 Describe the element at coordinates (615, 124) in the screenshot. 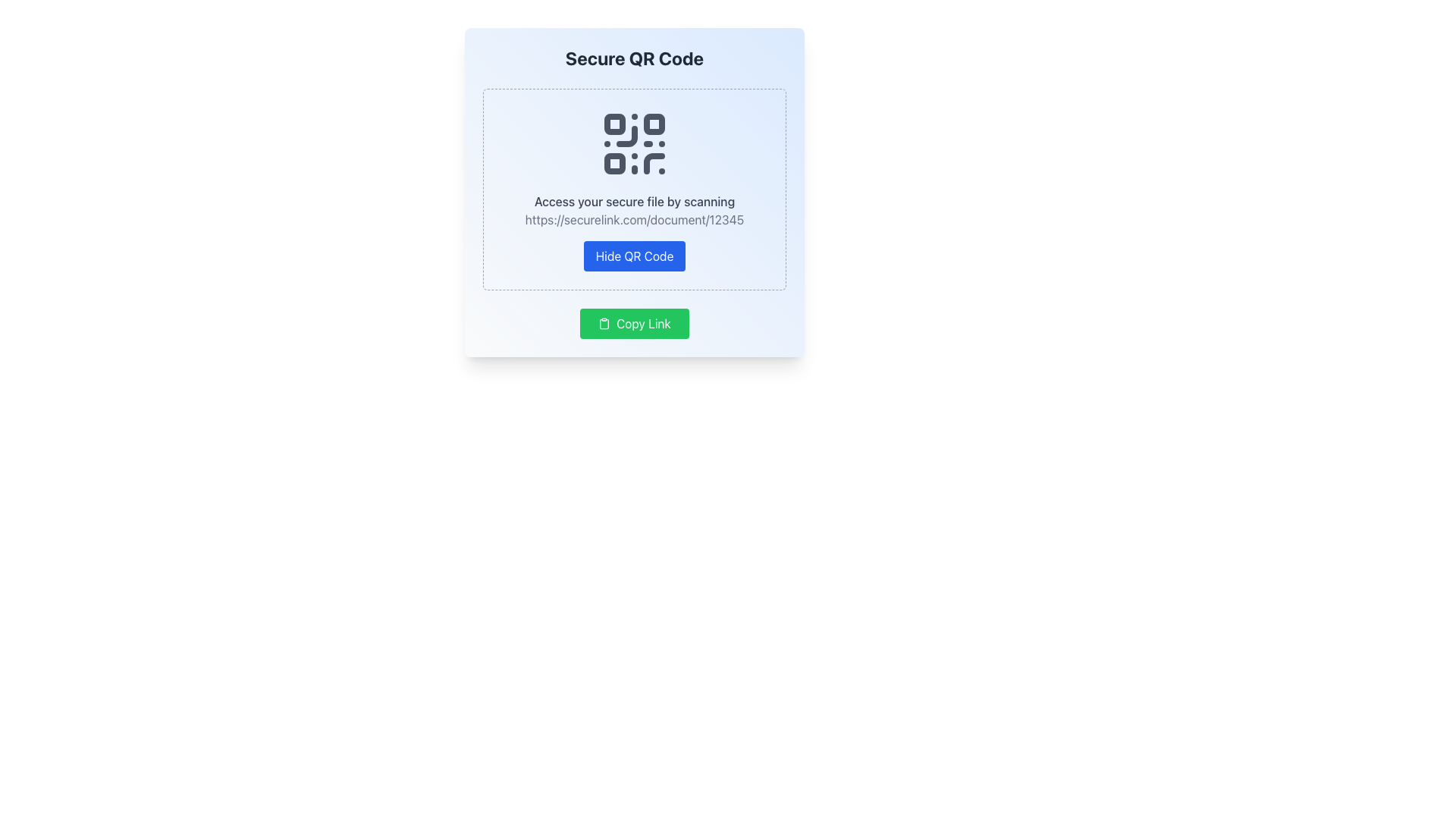

I see `the small square block in the top-left corner of the QR code, which is styled as part of the QR code with rounded corners` at that location.